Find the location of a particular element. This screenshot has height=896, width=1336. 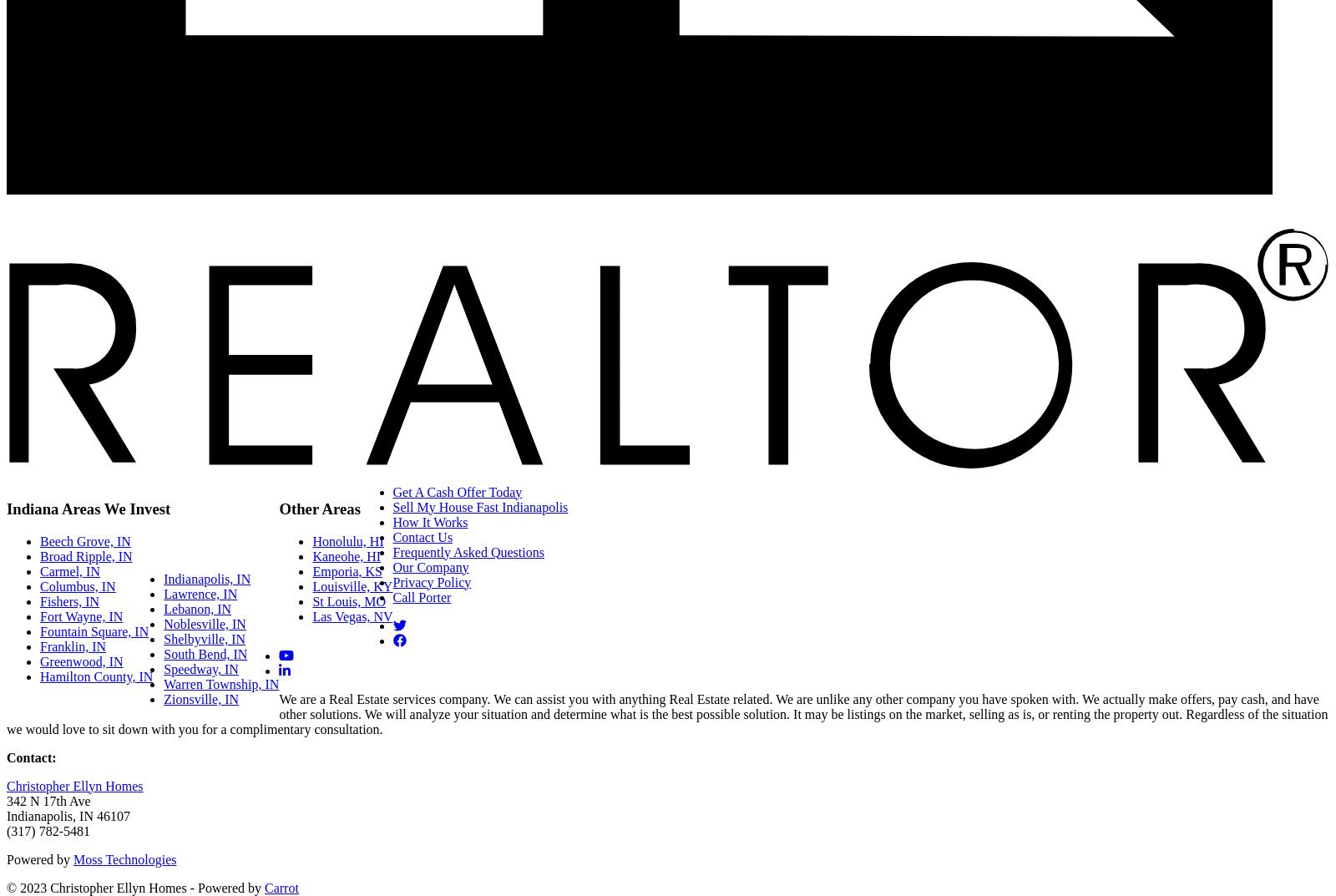

'Contact:' is located at coordinates (30, 757).